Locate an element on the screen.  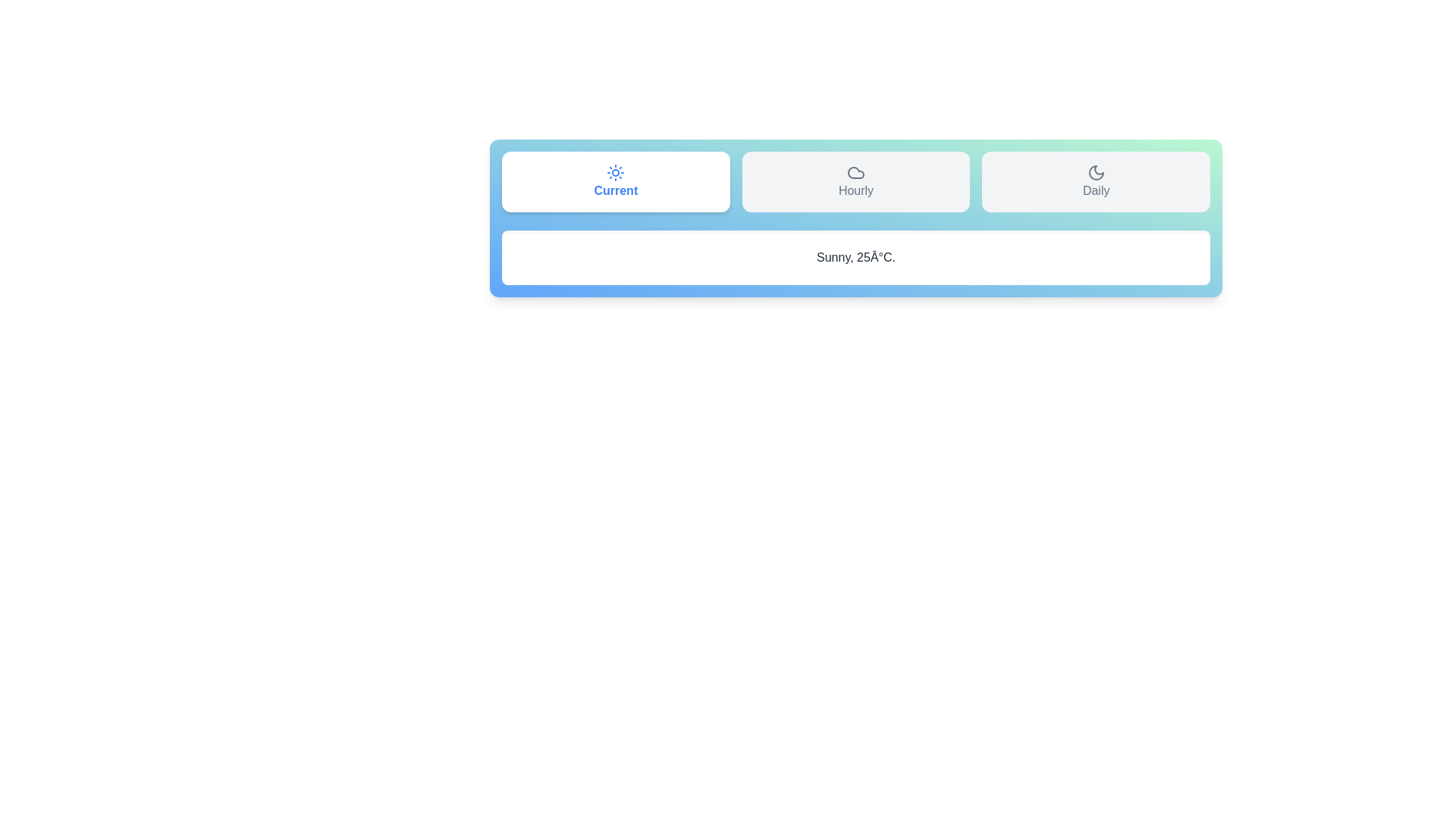
the Hourly tab to view its content is located at coordinates (855, 180).